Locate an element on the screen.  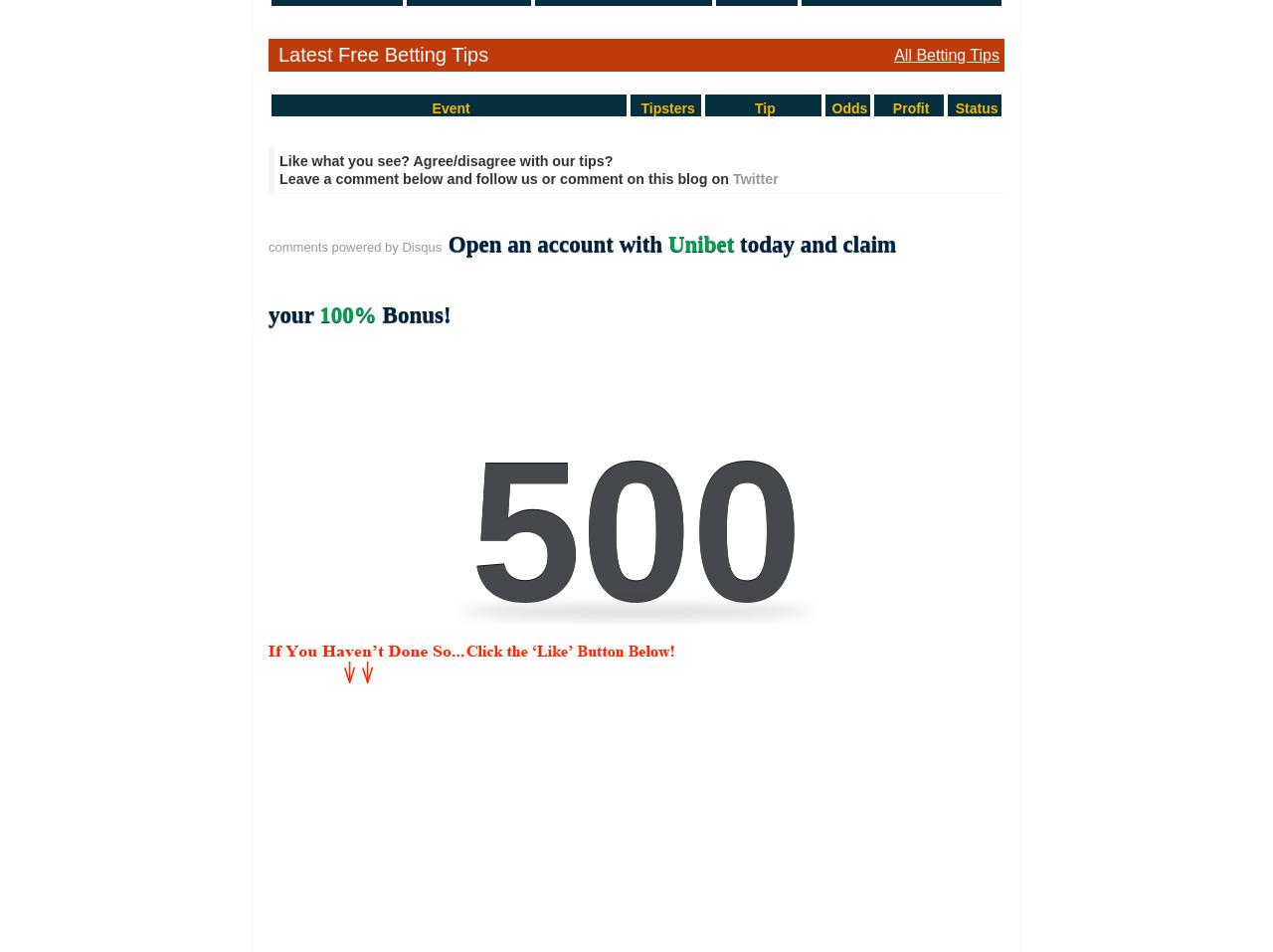
'Bonus!' is located at coordinates (412, 314).